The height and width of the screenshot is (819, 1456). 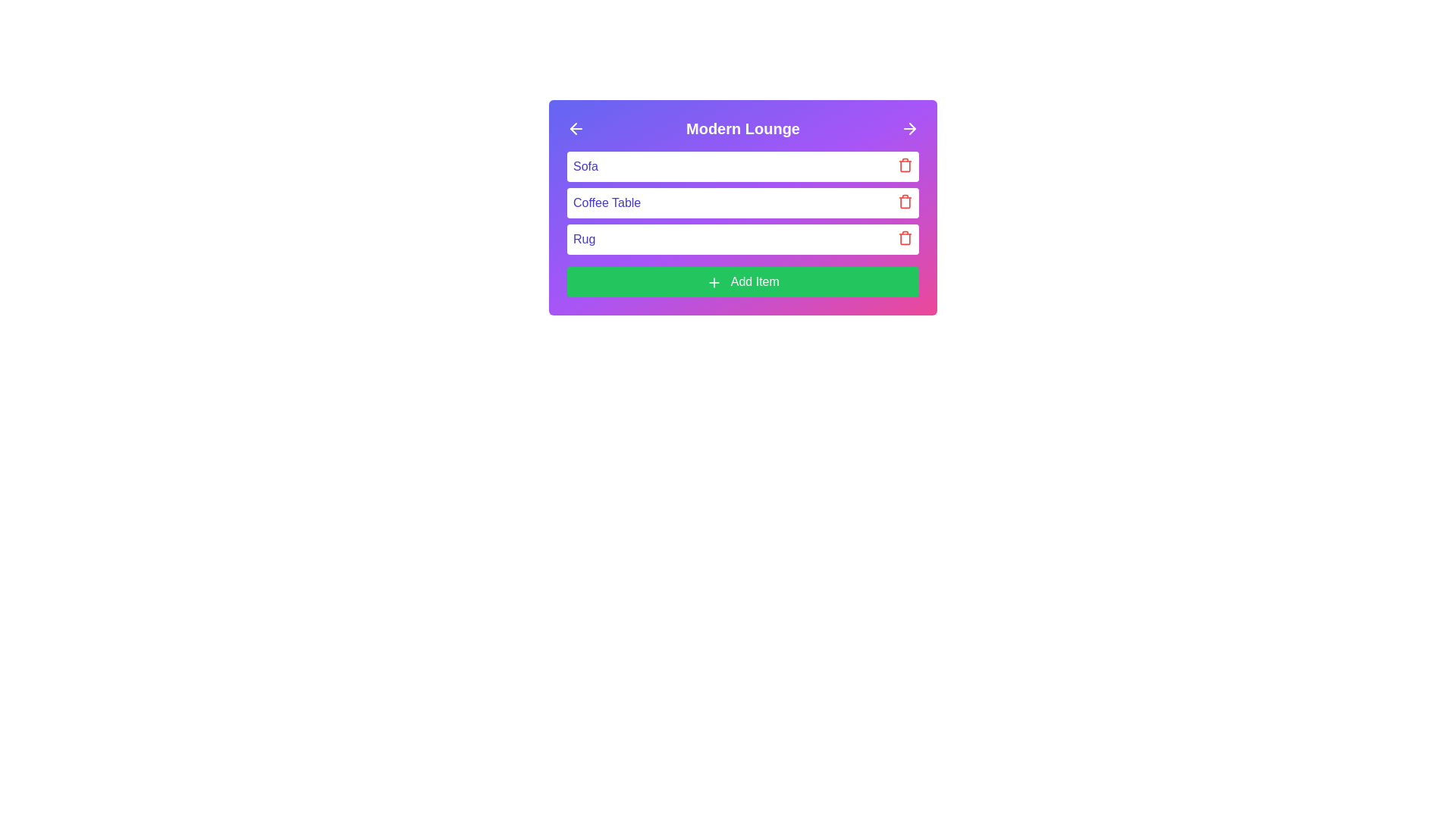 What do you see at coordinates (742, 127) in the screenshot?
I see `the header text that indicates the current section or category in the user interface, centrally placed at the top and flanked by navigation arrows` at bounding box center [742, 127].